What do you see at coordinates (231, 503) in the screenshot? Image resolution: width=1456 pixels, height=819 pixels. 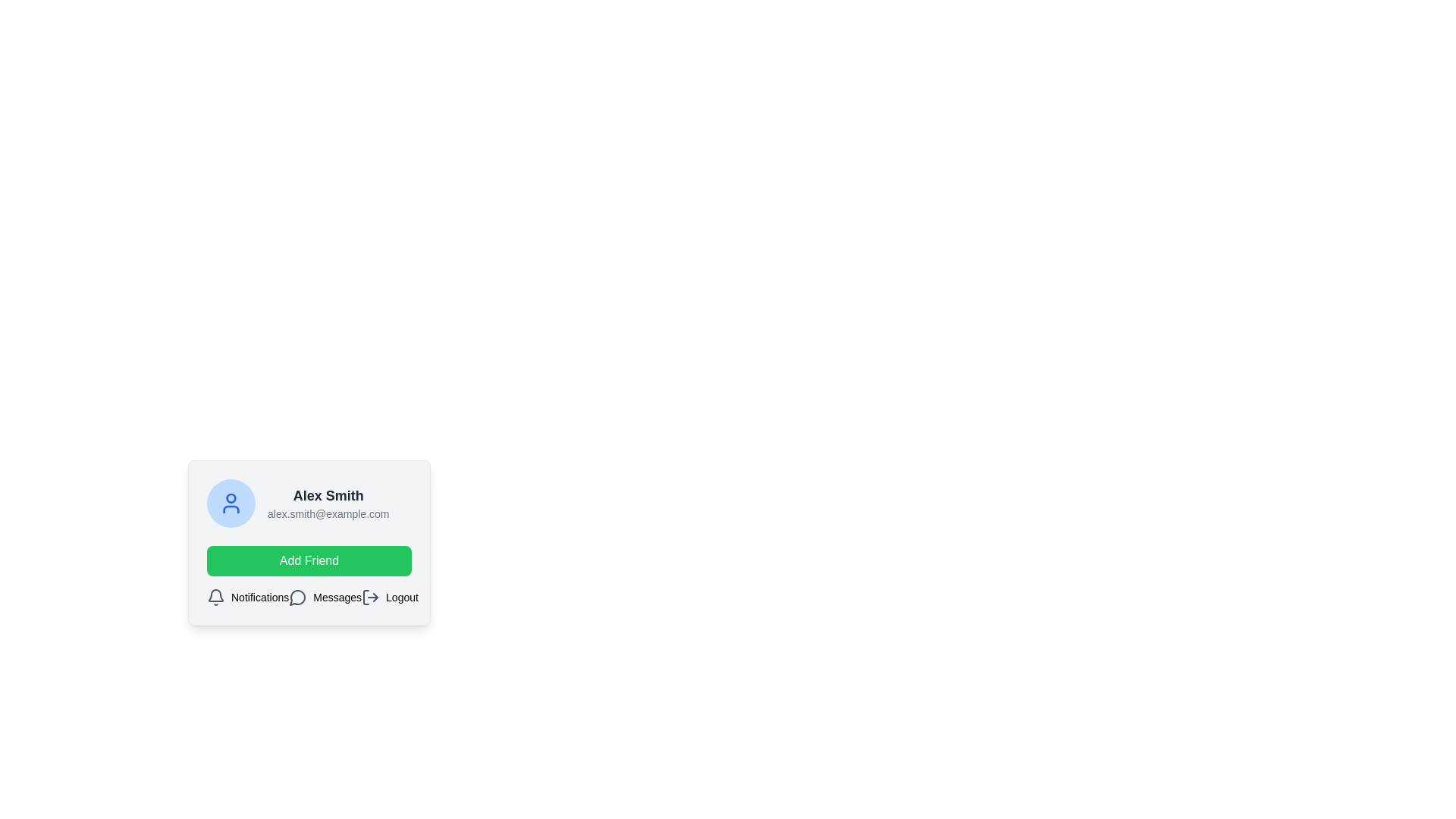 I see `the circular icon with a light blue background and a person-shaped symbol in blue, located to the left of the text displaying 'Alex Smith' and 'alex.smith@example.com'` at bounding box center [231, 503].